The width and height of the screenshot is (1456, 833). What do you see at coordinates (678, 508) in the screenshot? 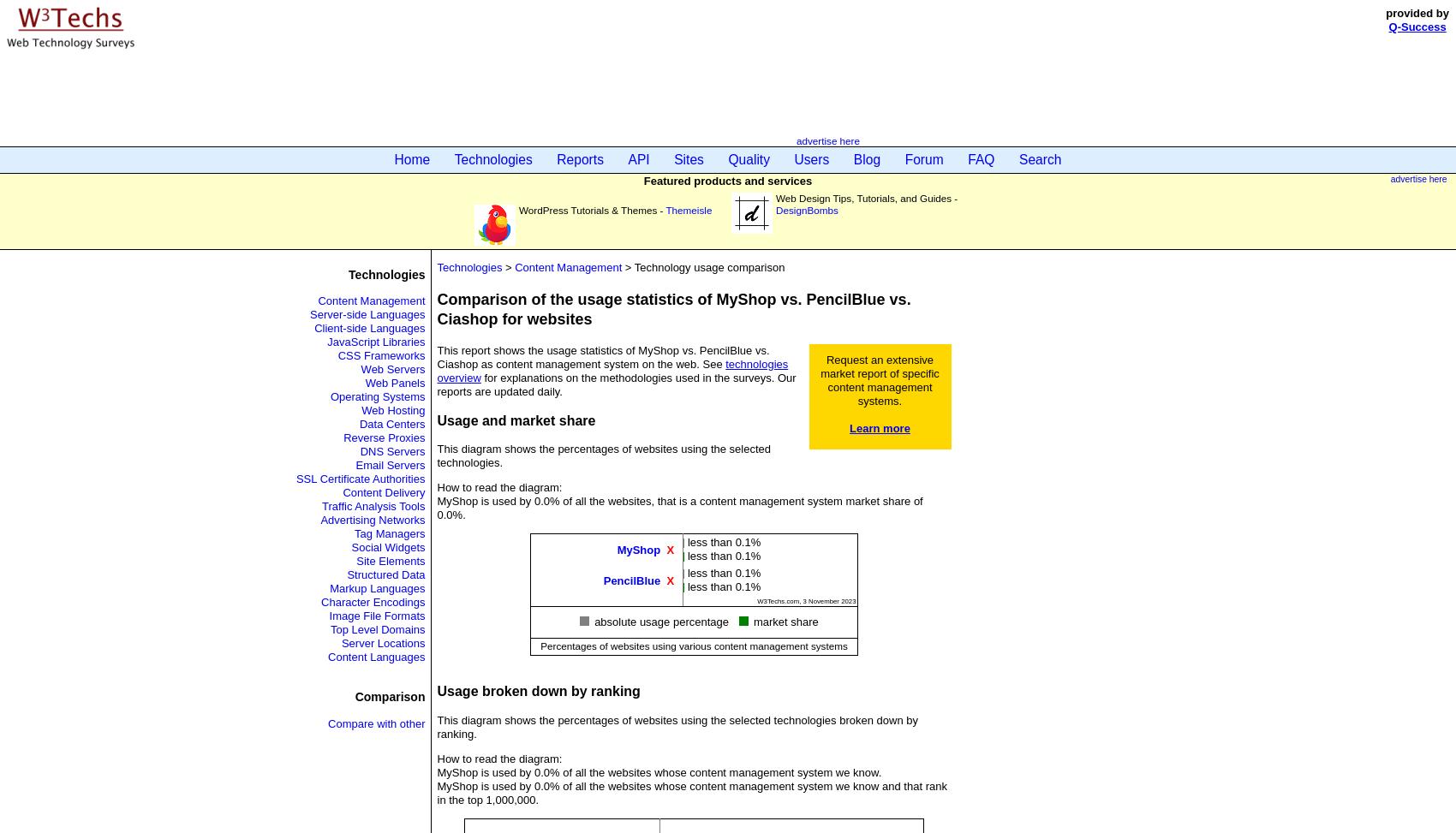
I see `'MyShop is used by 0.0% of all the websites, that is a content management system market share of 0.0%.'` at bounding box center [678, 508].